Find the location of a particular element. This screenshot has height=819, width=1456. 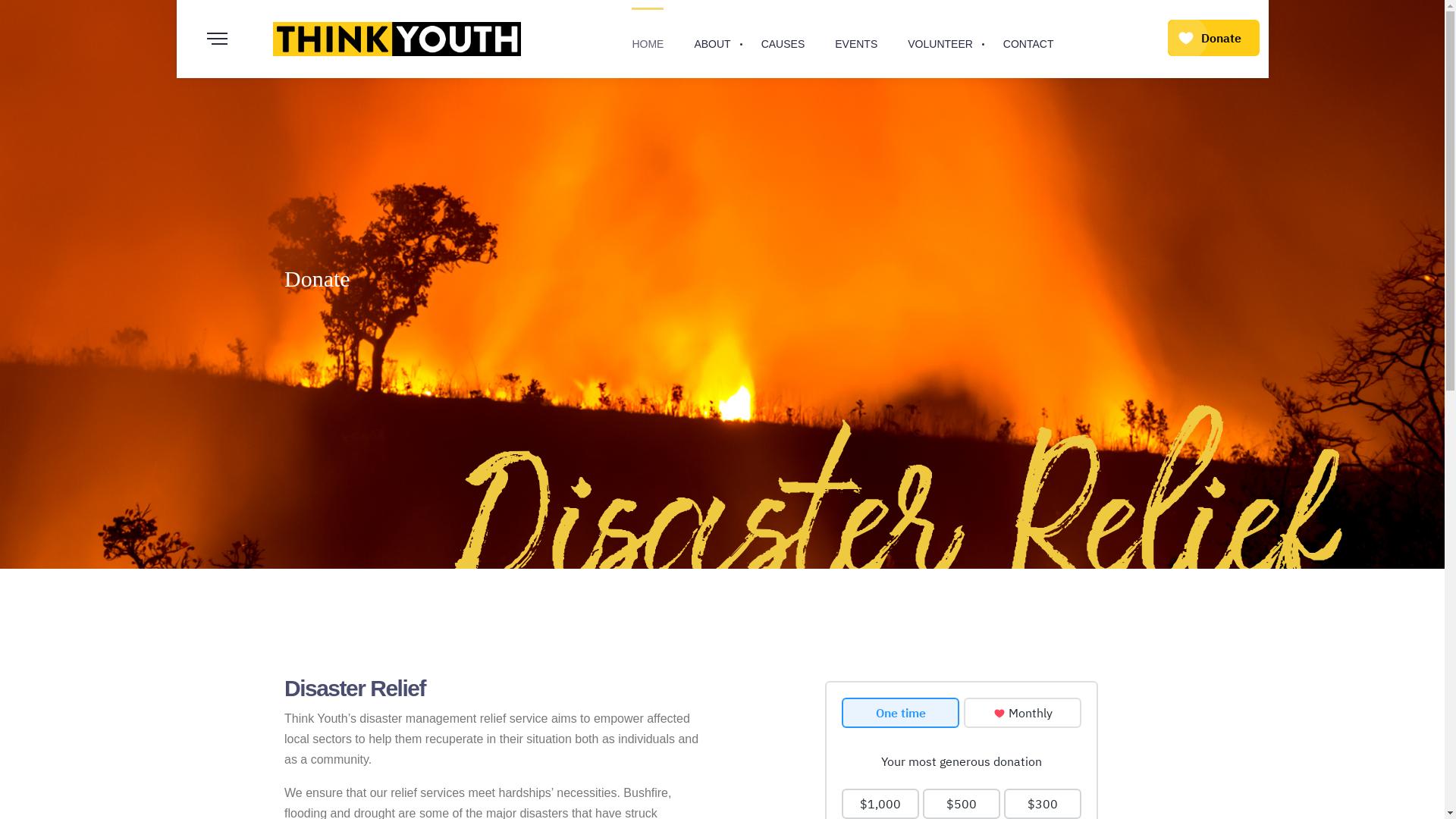

'ABOUT' is located at coordinates (711, 38).